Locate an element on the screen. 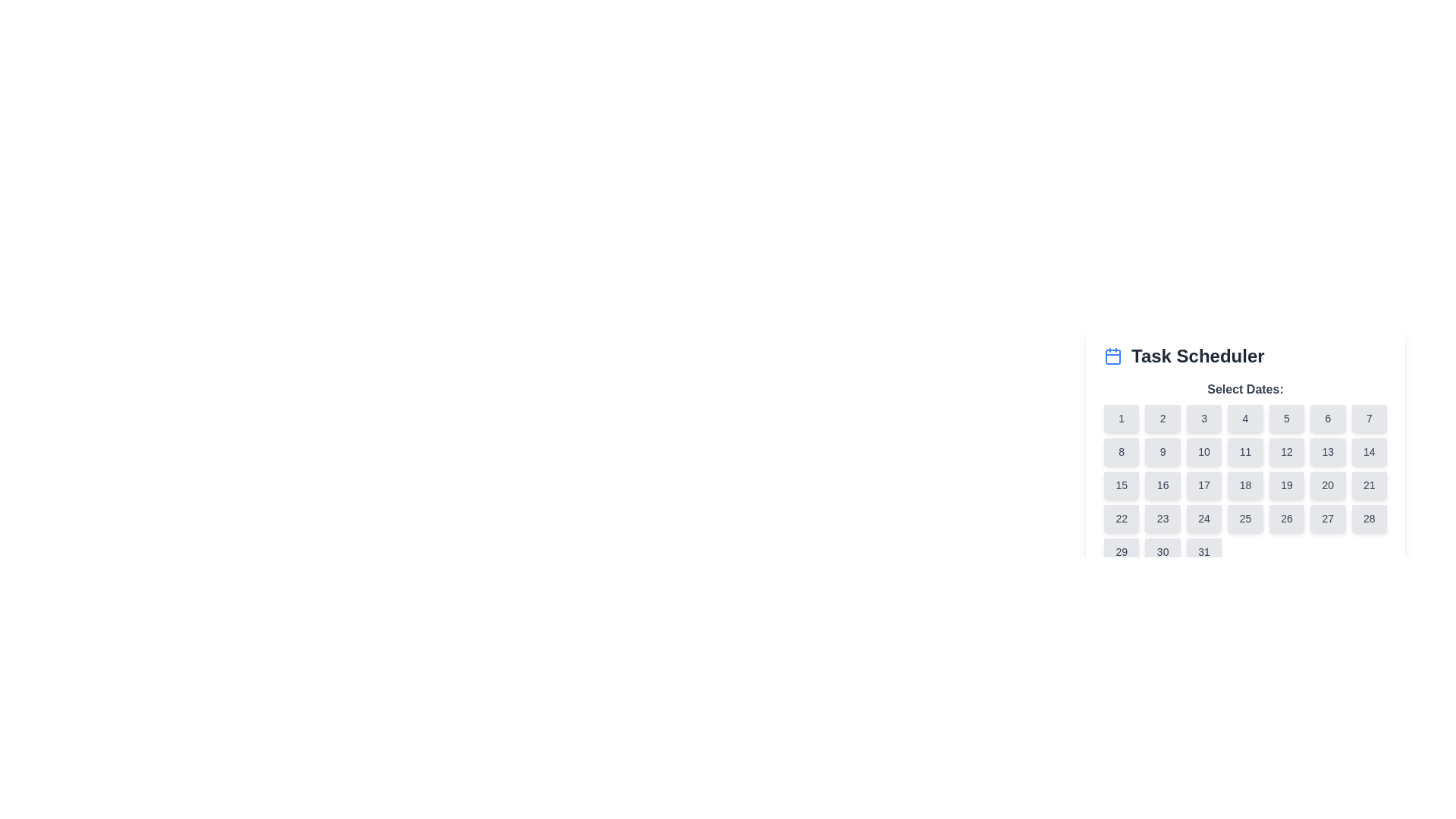 The width and height of the screenshot is (1456, 819). the button displaying the number '21' located in the bottom-right area of the grid layout is located at coordinates (1369, 485).